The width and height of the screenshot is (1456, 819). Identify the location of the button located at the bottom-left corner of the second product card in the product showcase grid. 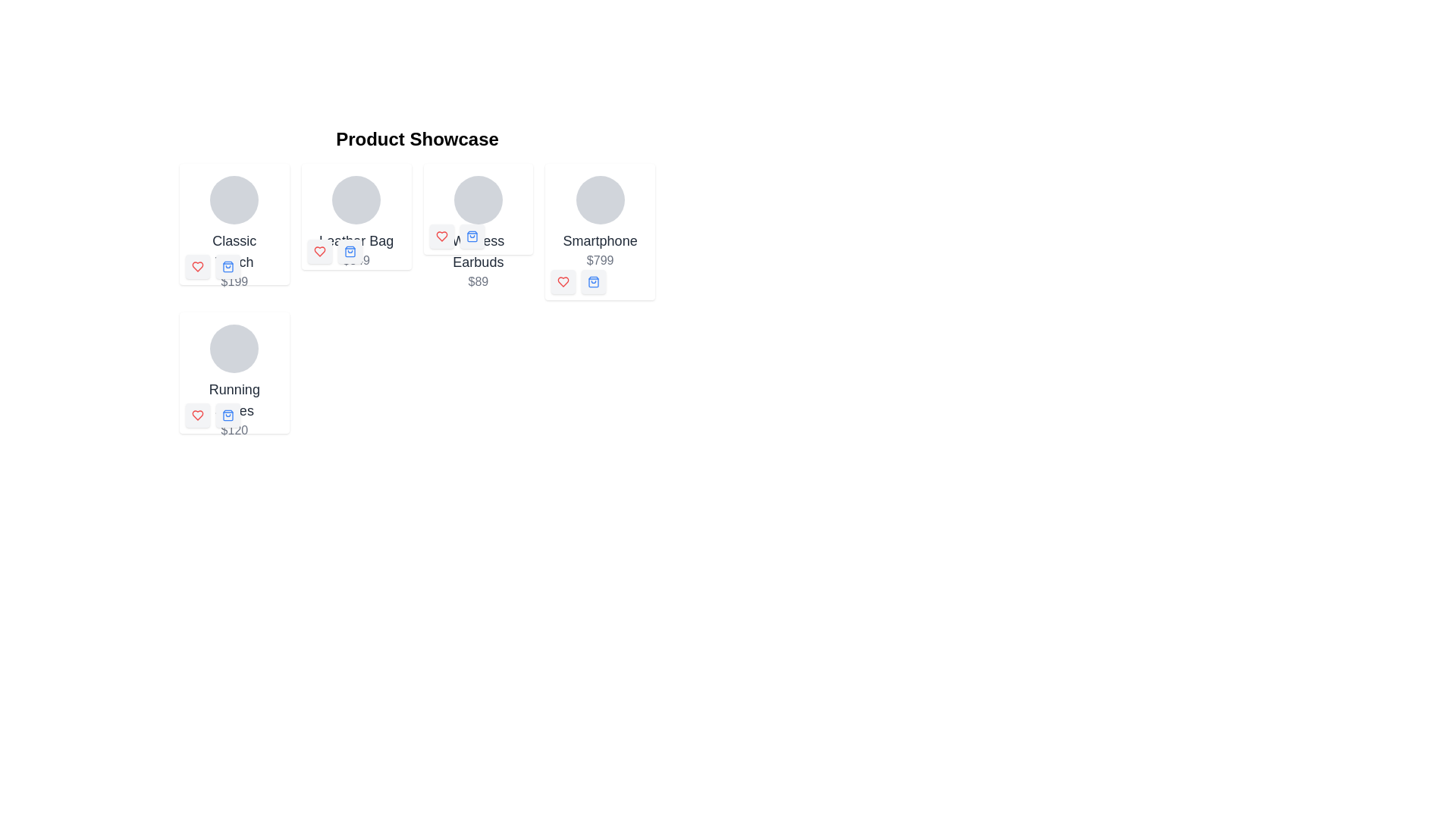
(349, 250).